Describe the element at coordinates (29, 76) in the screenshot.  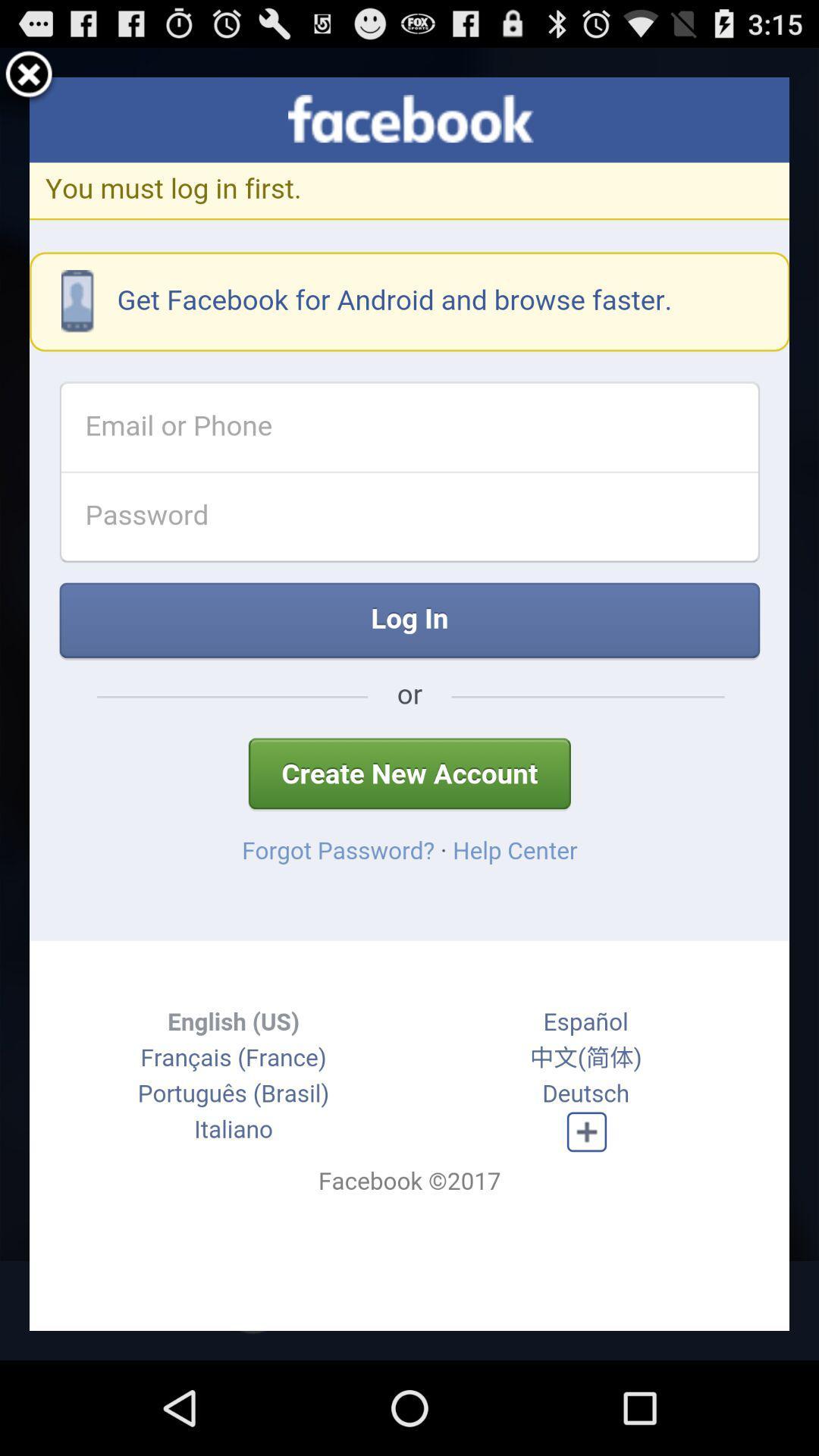
I see `close` at that location.